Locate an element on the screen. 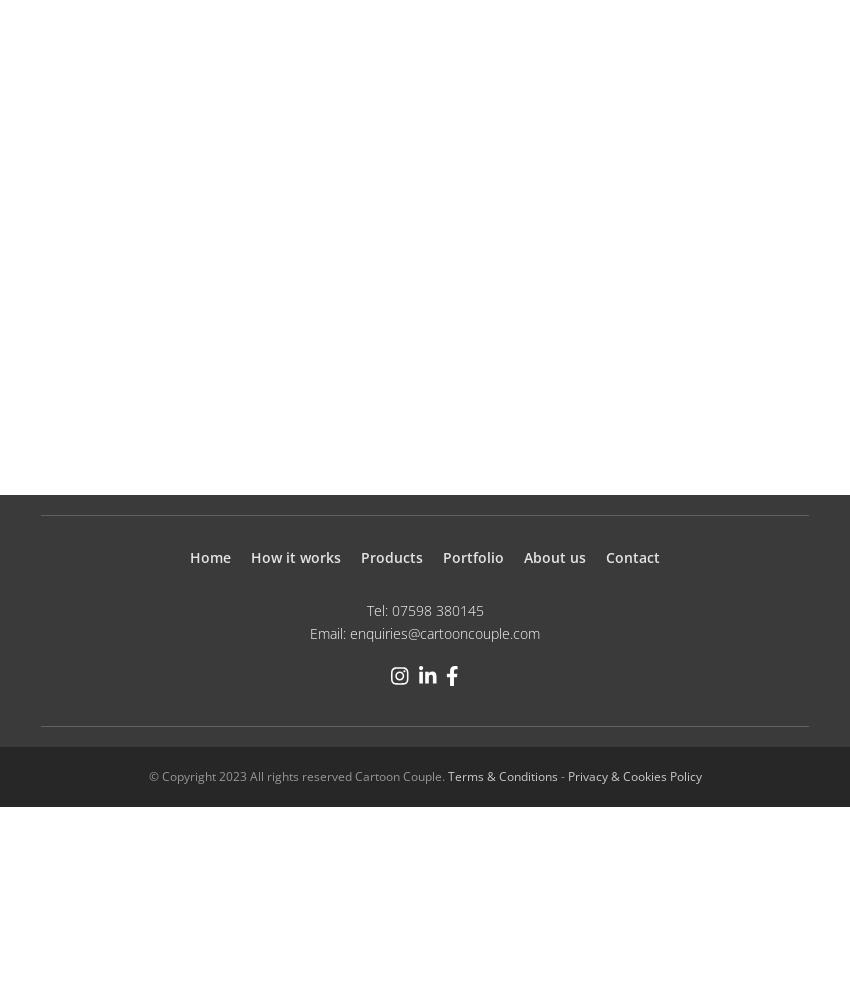 Image resolution: width=850 pixels, height=1000 pixels. 'Email:' is located at coordinates (329, 632).